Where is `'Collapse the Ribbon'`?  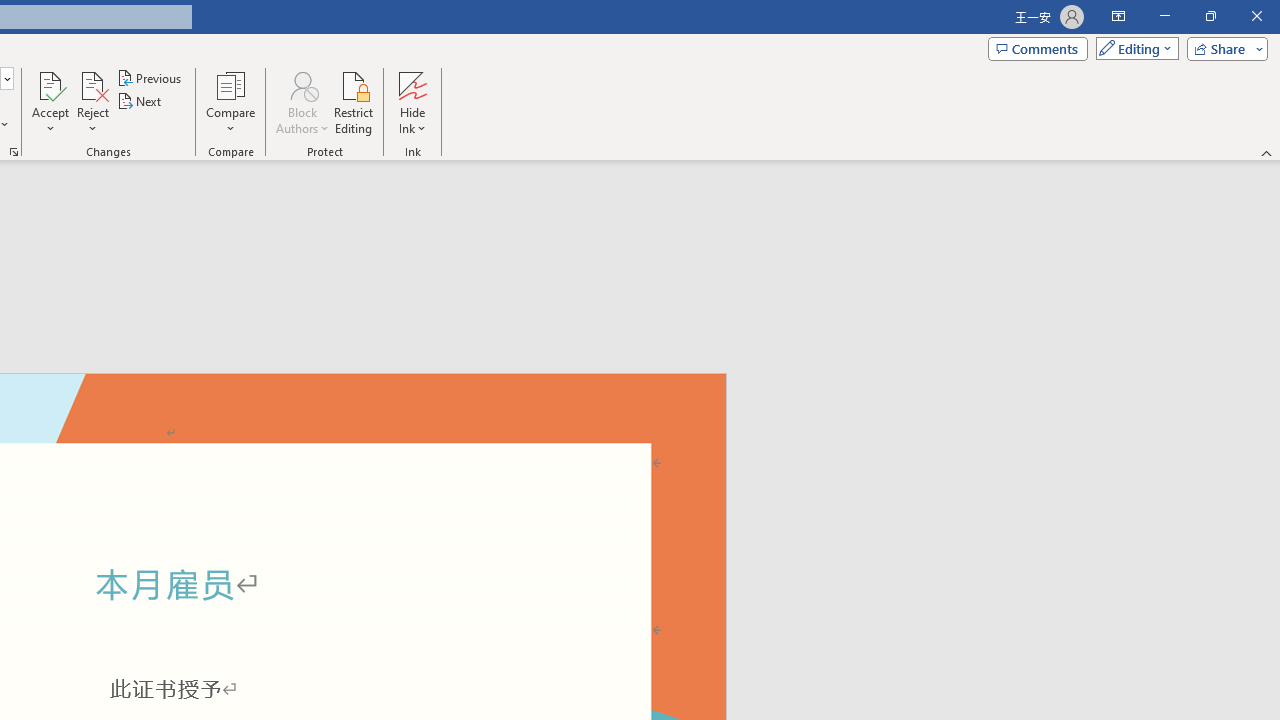
'Collapse the Ribbon' is located at coordinates (1266, 152).